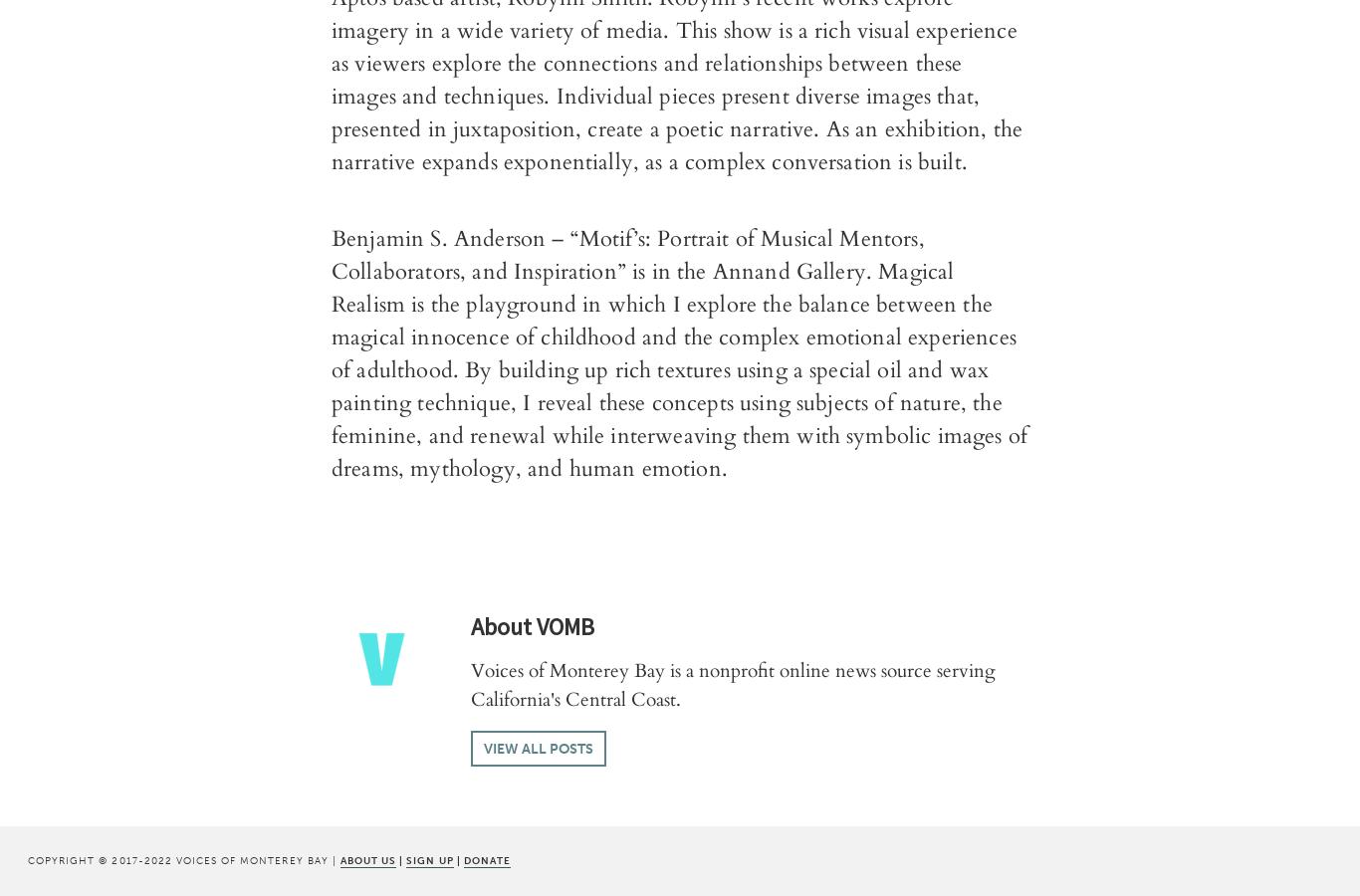 This screenshot has height=896, width=1360. Describe the element at coordinates (428, 859) in the screenshot. I see `'SIGN UP'` at that location.